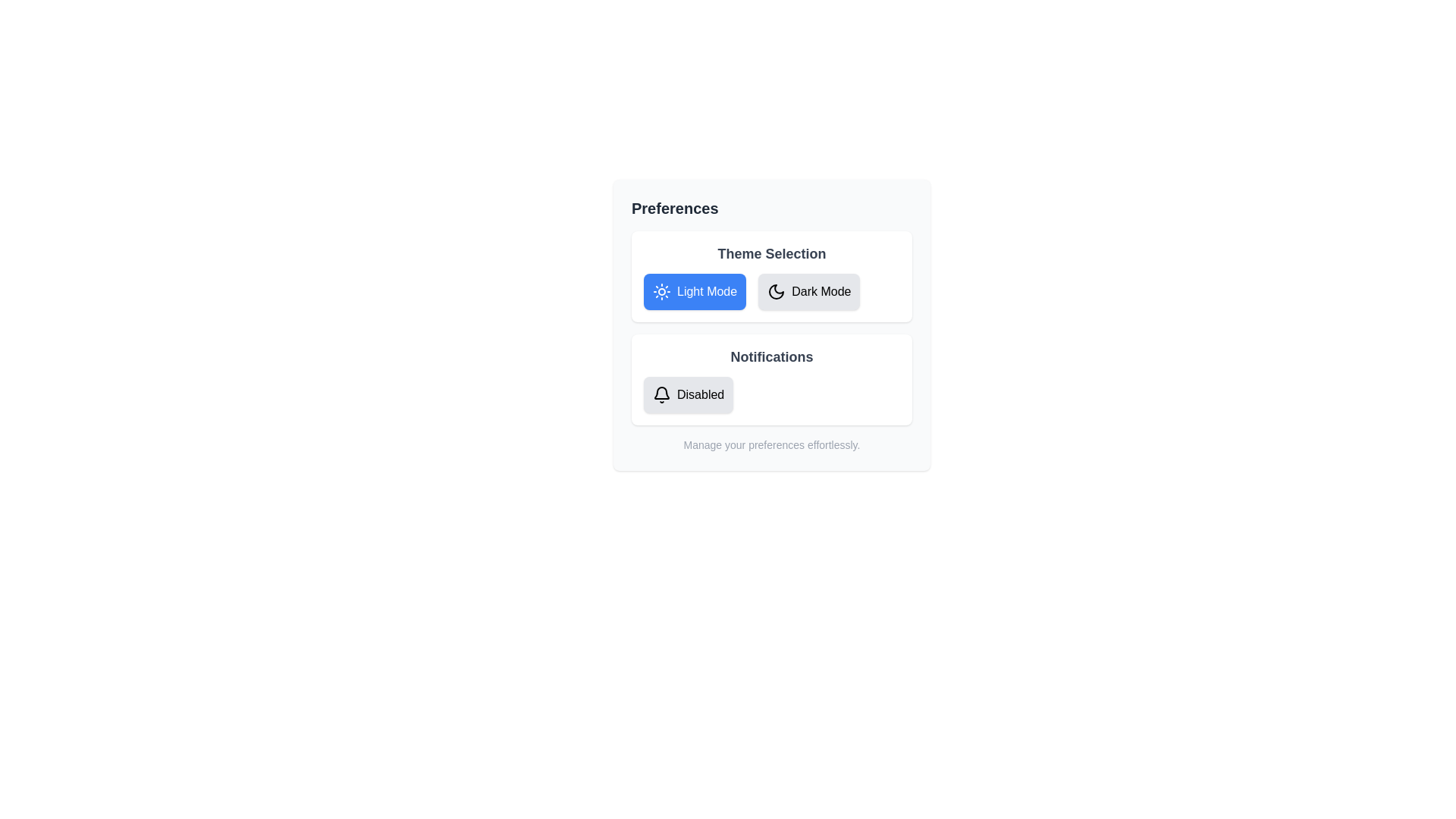 The image size is (1456, 819). I want to click on the 'Light Mode' or 'Dark Mode' button within the 'Theme Selection' interactive card, so click(771, 277).